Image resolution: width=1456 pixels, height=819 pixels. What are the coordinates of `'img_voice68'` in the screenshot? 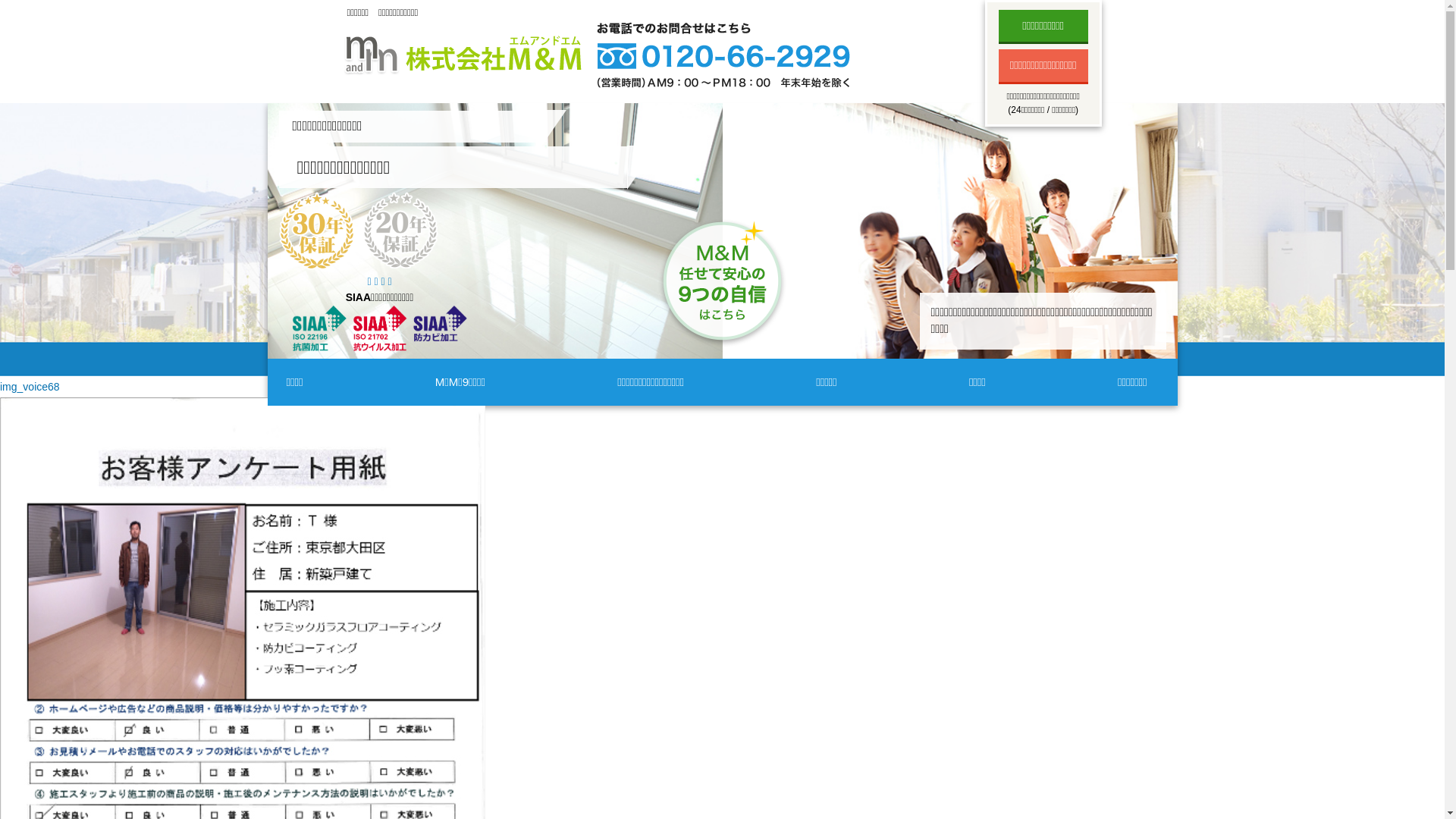 It's located at (30, 385).